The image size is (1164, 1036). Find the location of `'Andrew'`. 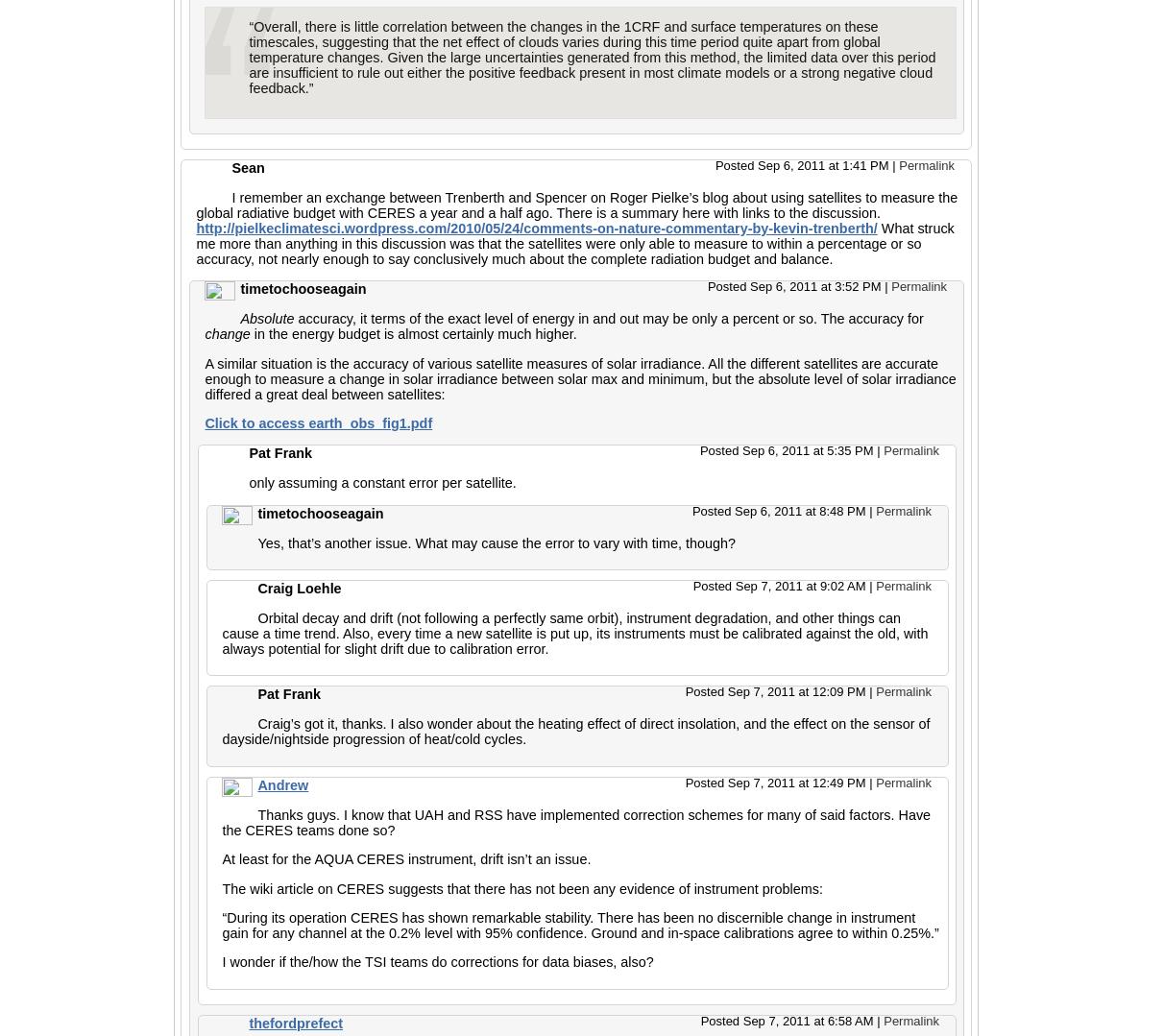

'Andrew' is located at coordinates (282, 783).